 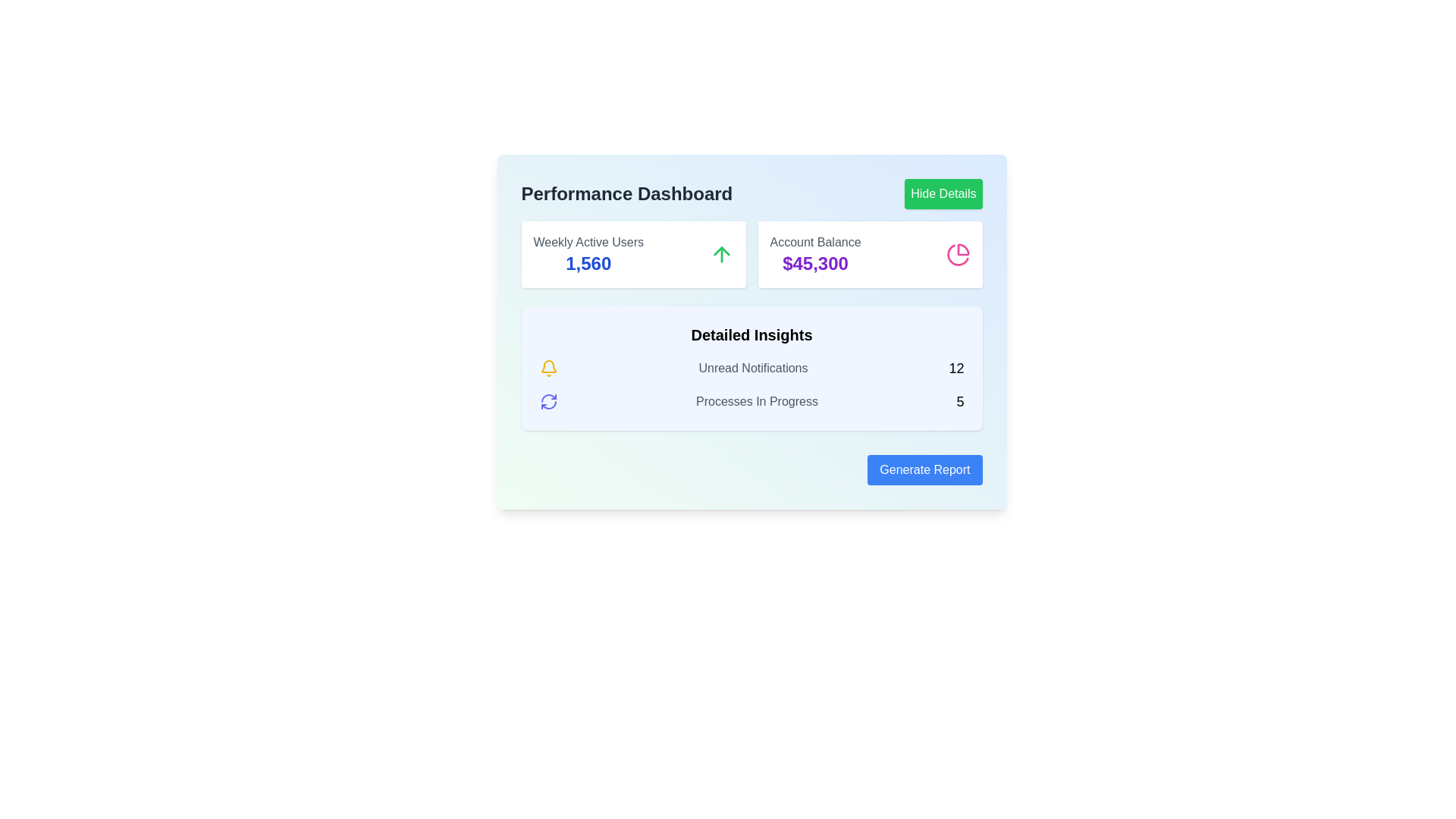 I want to click on the Informational display panel that shows 'Weekly Active Users' and 'Account Balance', located below the 'Performance Dashboard' title, so click(x=752, y=253).